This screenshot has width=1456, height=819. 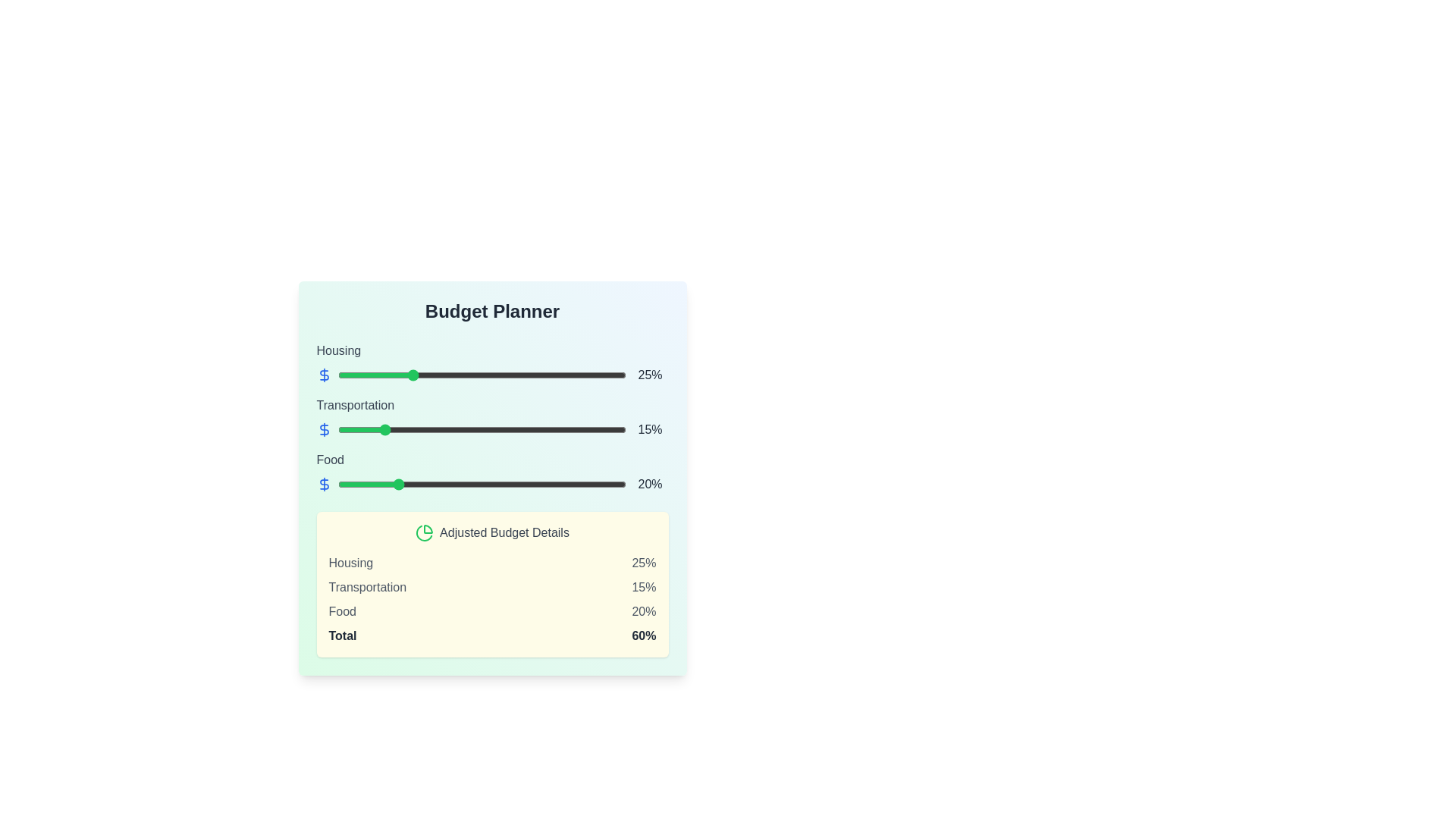 I want to click on transportation budget percentage, so click(x=596, y=430).